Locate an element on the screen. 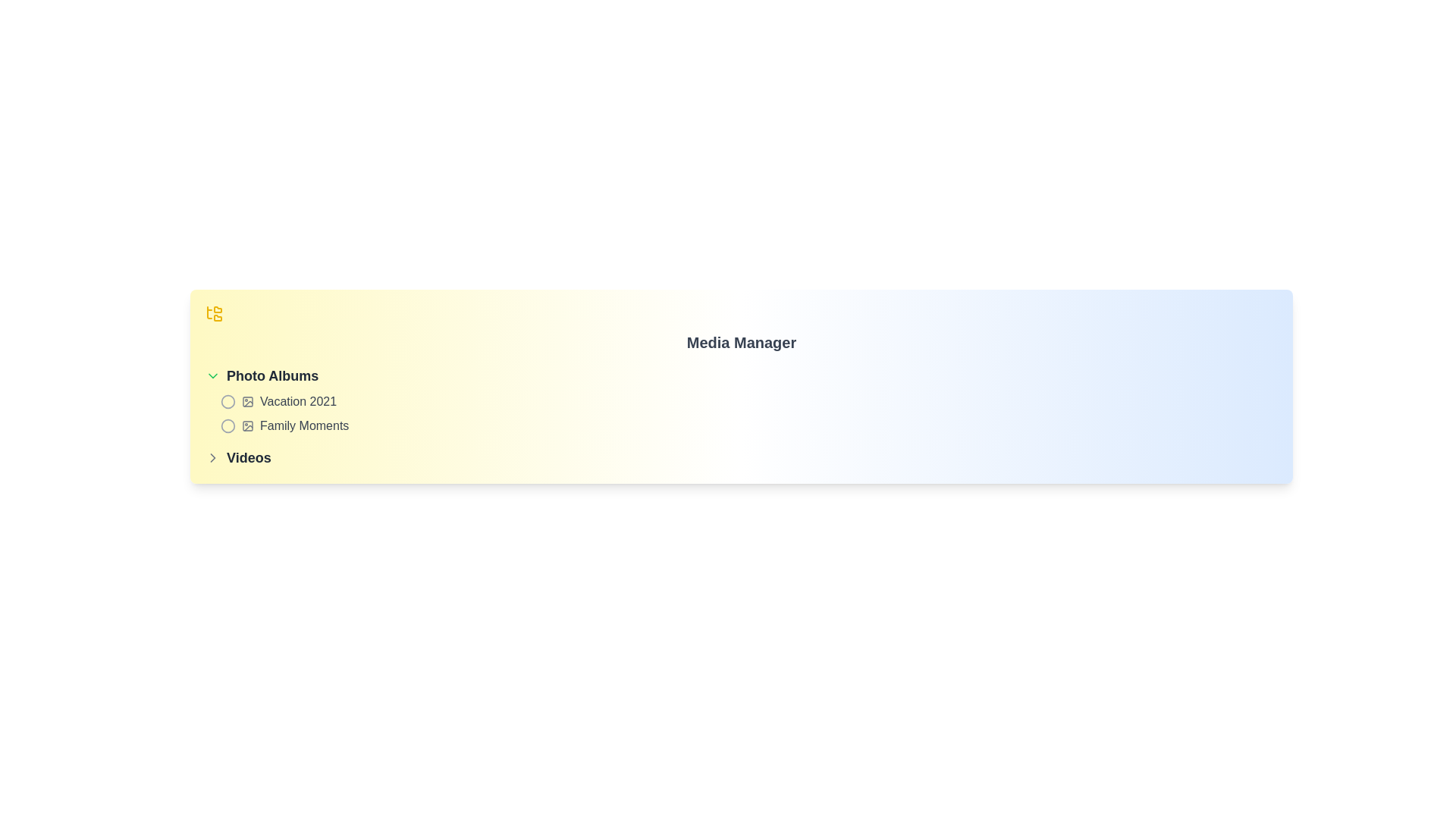 This screenshot has height=819, width=1456. the small icon with a gray outline, which features a square border with rounded corners and a diagonal line intersecting a central circle, located next to the text 'Vacation 2021' in the 'Photo Albums' section is located at coordinates (247, 400).